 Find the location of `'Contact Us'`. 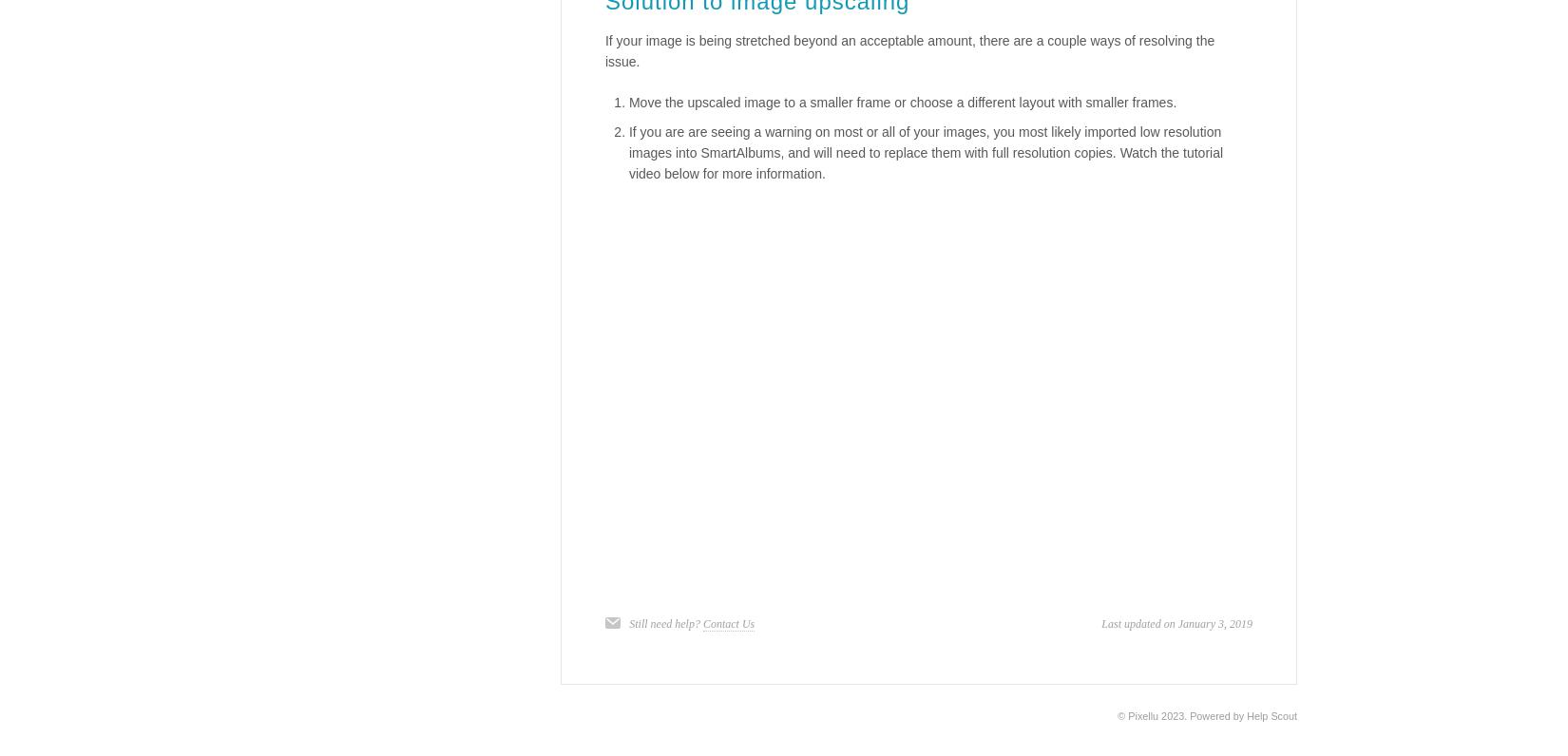

'Contact Us' is located at coordinates (727, 624).